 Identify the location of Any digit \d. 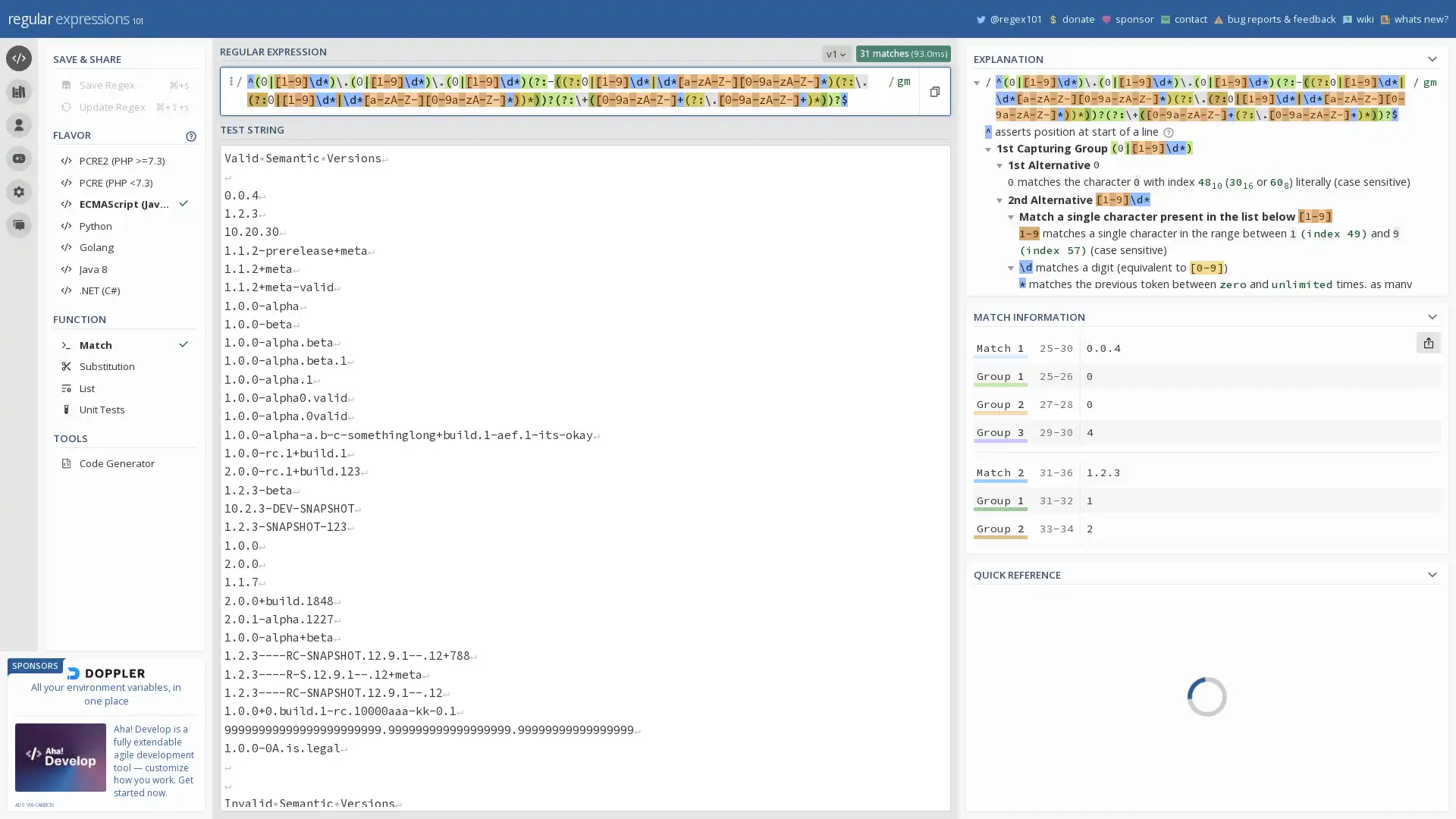
(1282, 794).